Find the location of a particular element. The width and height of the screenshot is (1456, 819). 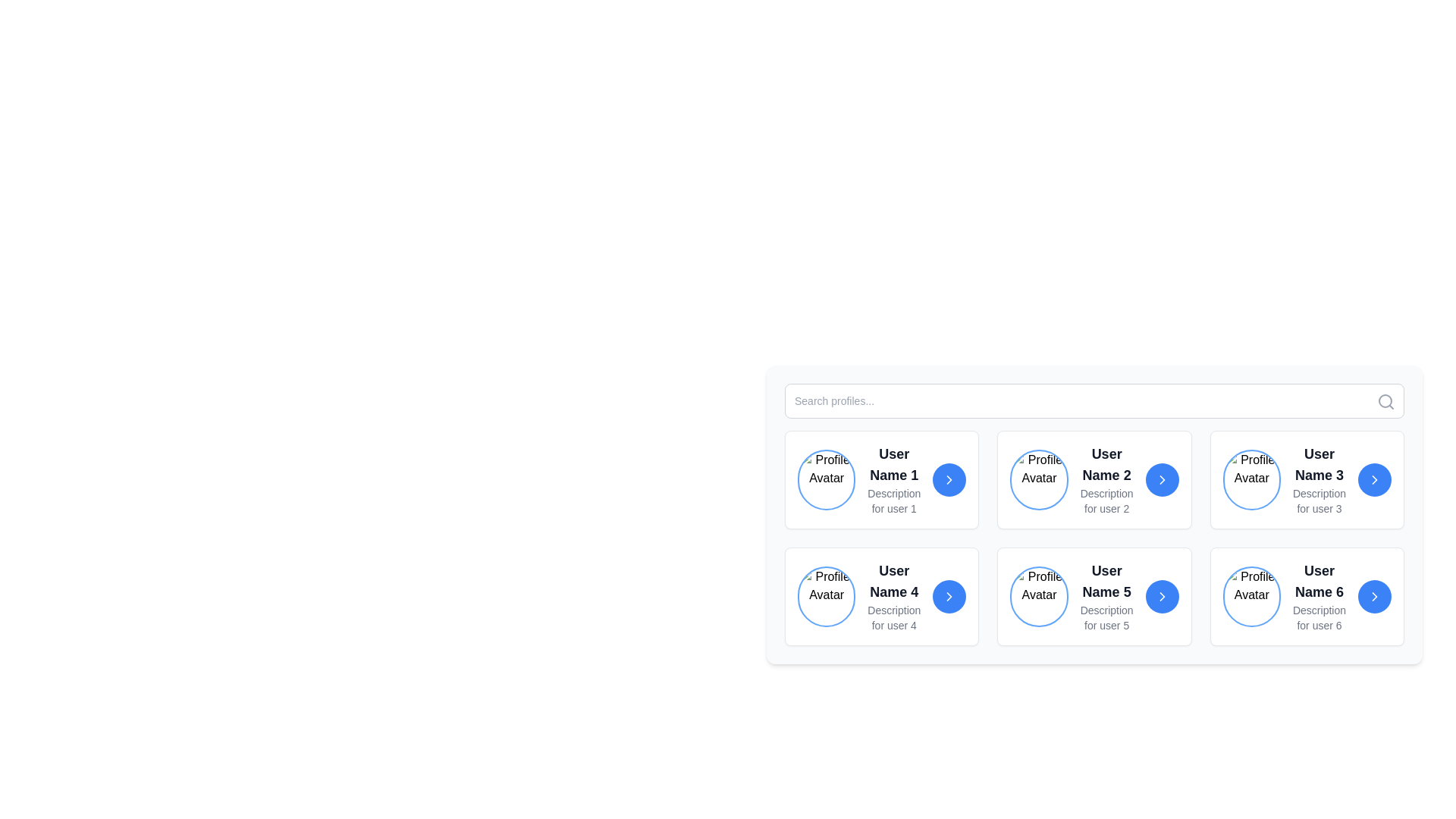

descriptive text located in the lower portion of the profile card for 'User Name 5', which is positioned directly below the larger text 'User Name 5' is located at coordinates (1106, 617).